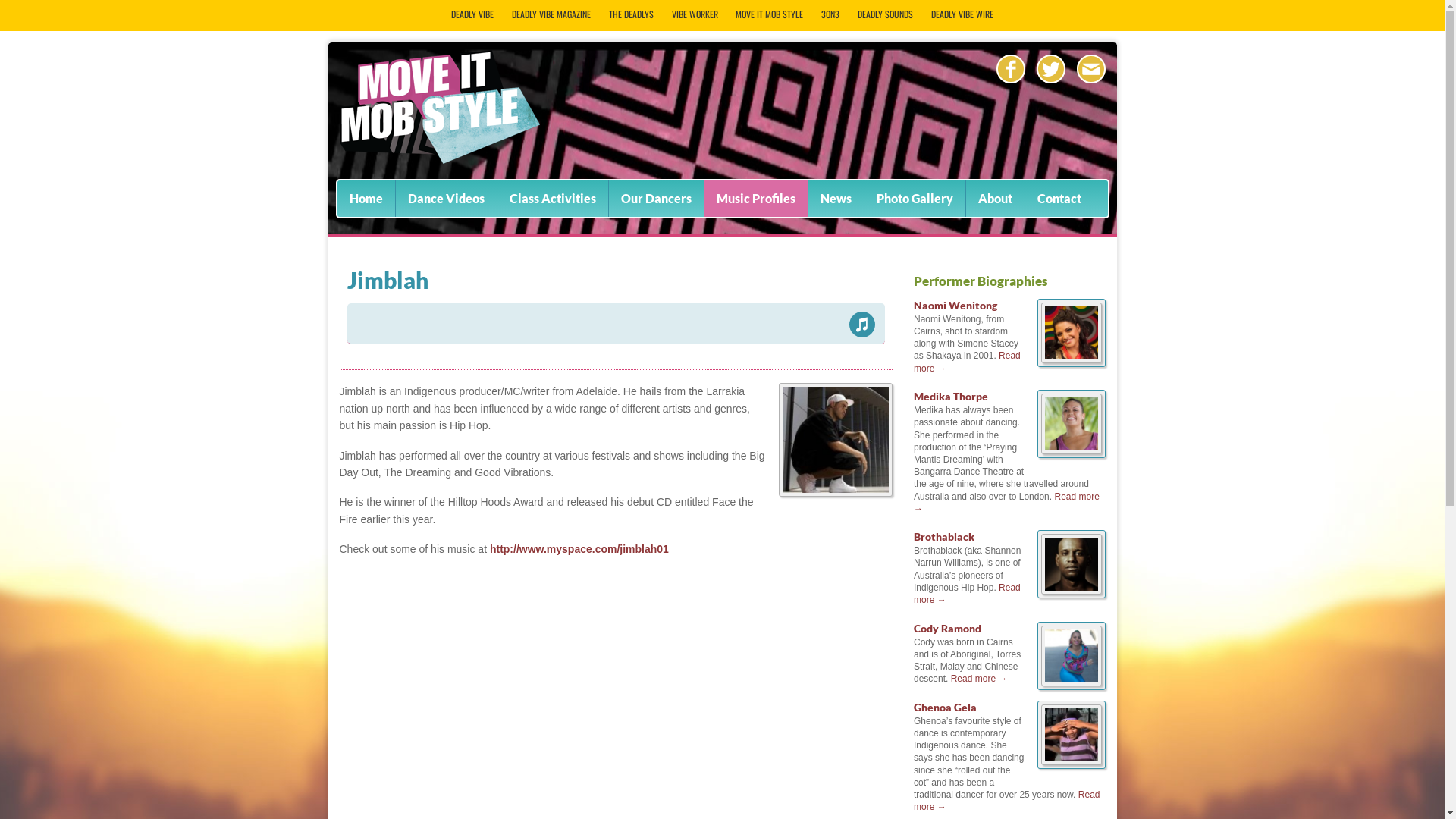 This screenshot has width=1456, height=819. What do you see at coordinates (755, 198) in the screenshot?
I see `'Music Profiles'` at bounding box center [755, 198].